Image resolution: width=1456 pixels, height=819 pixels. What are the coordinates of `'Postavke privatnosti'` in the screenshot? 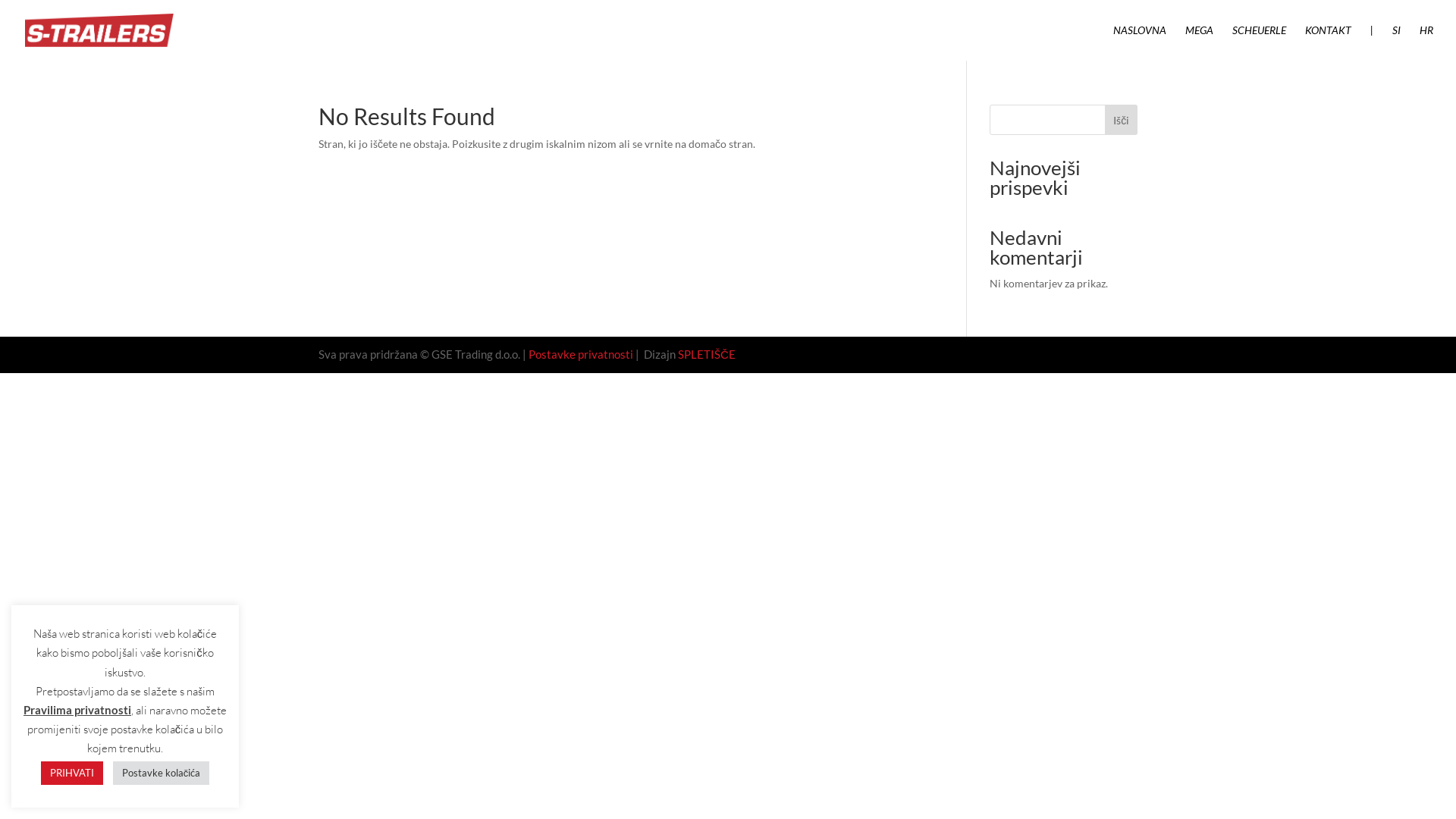 It's located at (580, 353).